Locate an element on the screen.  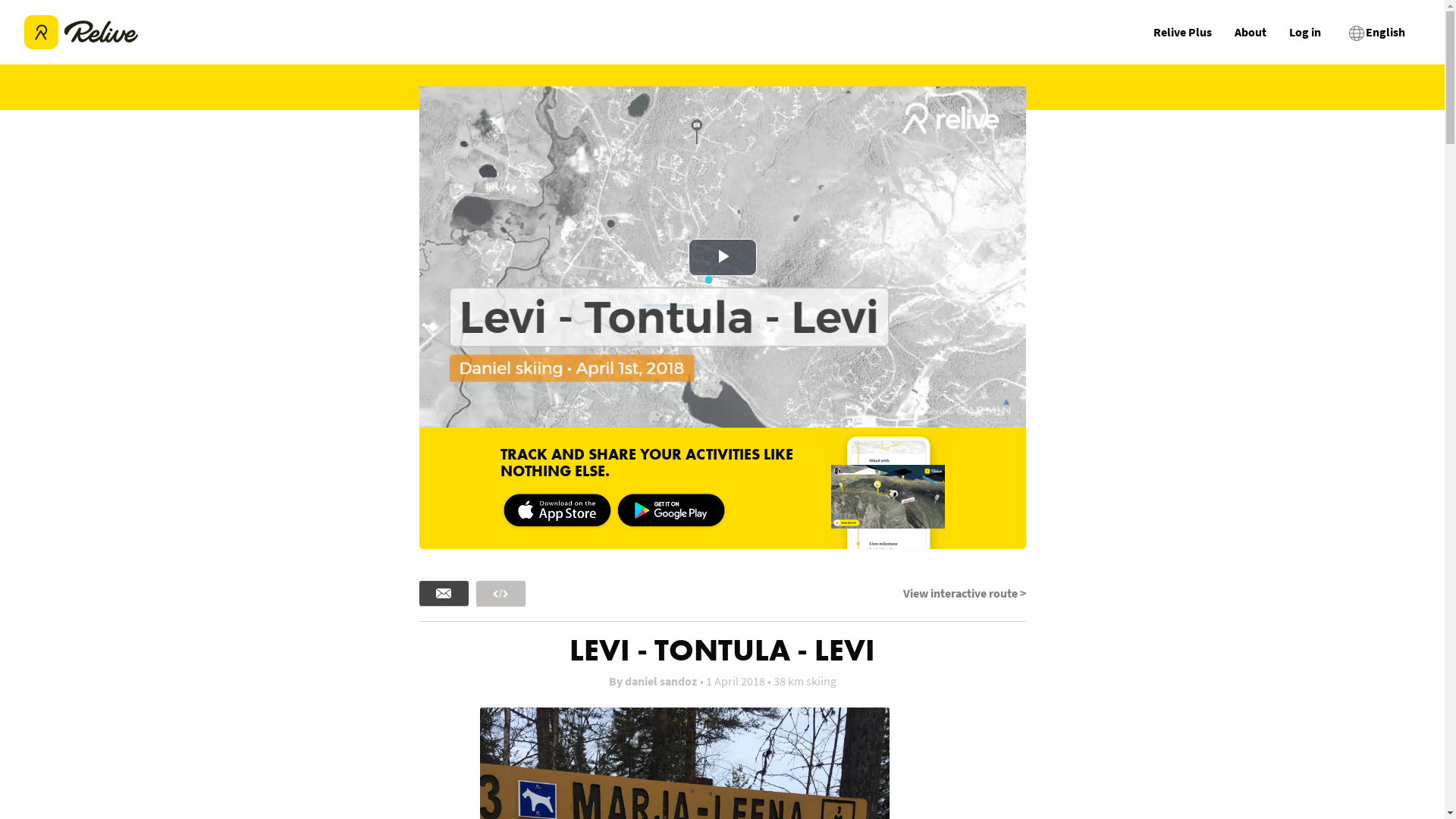
'View interactive route >' is located at coordinates (963, 592).